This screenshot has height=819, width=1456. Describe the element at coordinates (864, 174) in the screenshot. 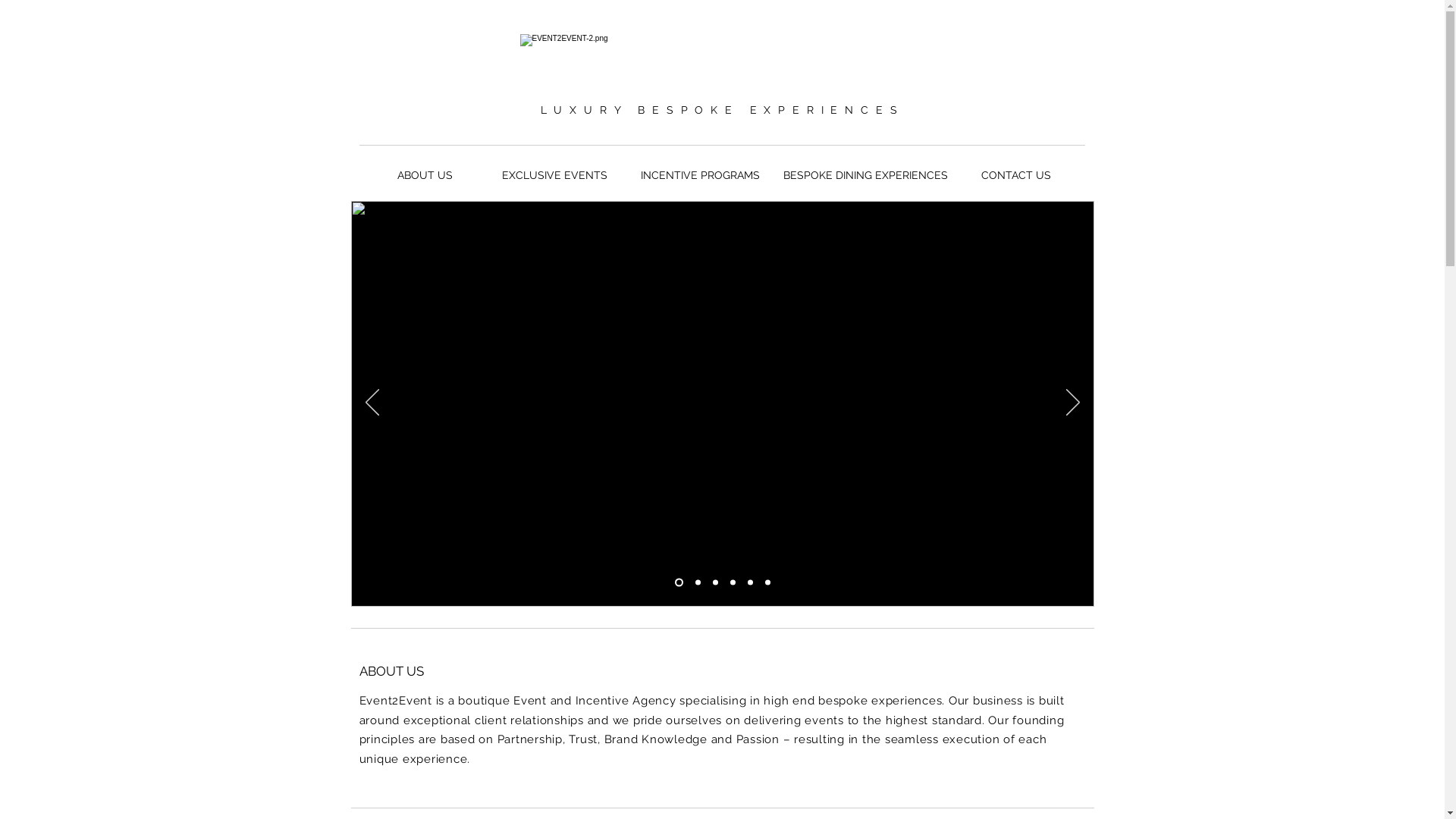

I see `'BESPOKE DINING EXPERIENCES'` at that location.